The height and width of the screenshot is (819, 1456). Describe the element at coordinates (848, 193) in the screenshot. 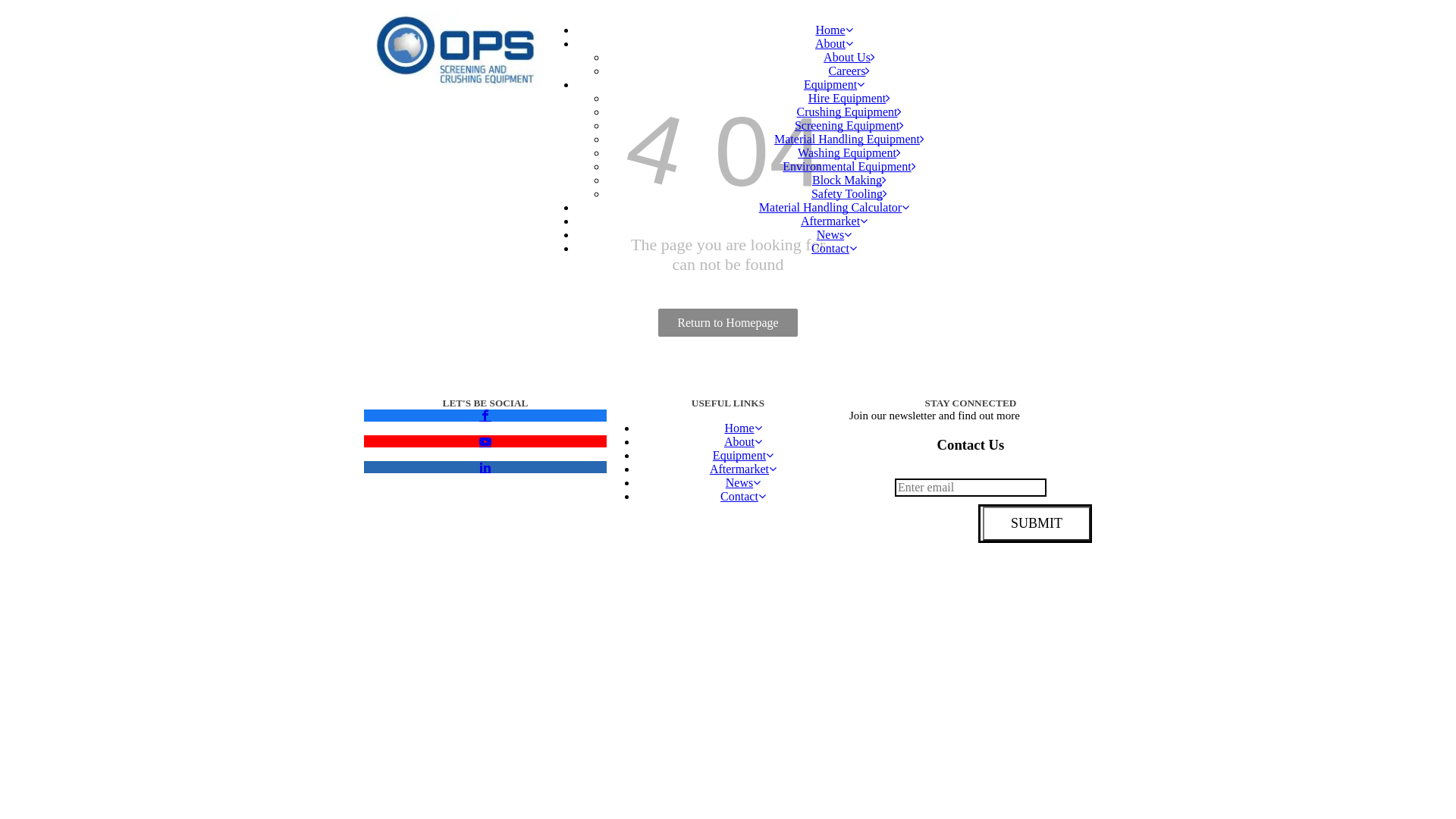

I see `'Safety Tooling'` at that location.